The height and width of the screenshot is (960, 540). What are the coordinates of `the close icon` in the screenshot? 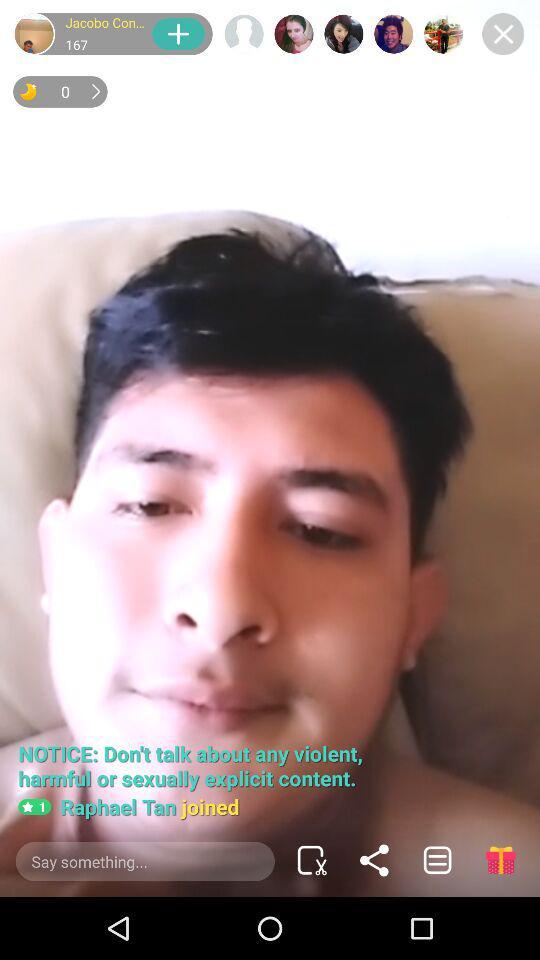 It's located at (502, 33).